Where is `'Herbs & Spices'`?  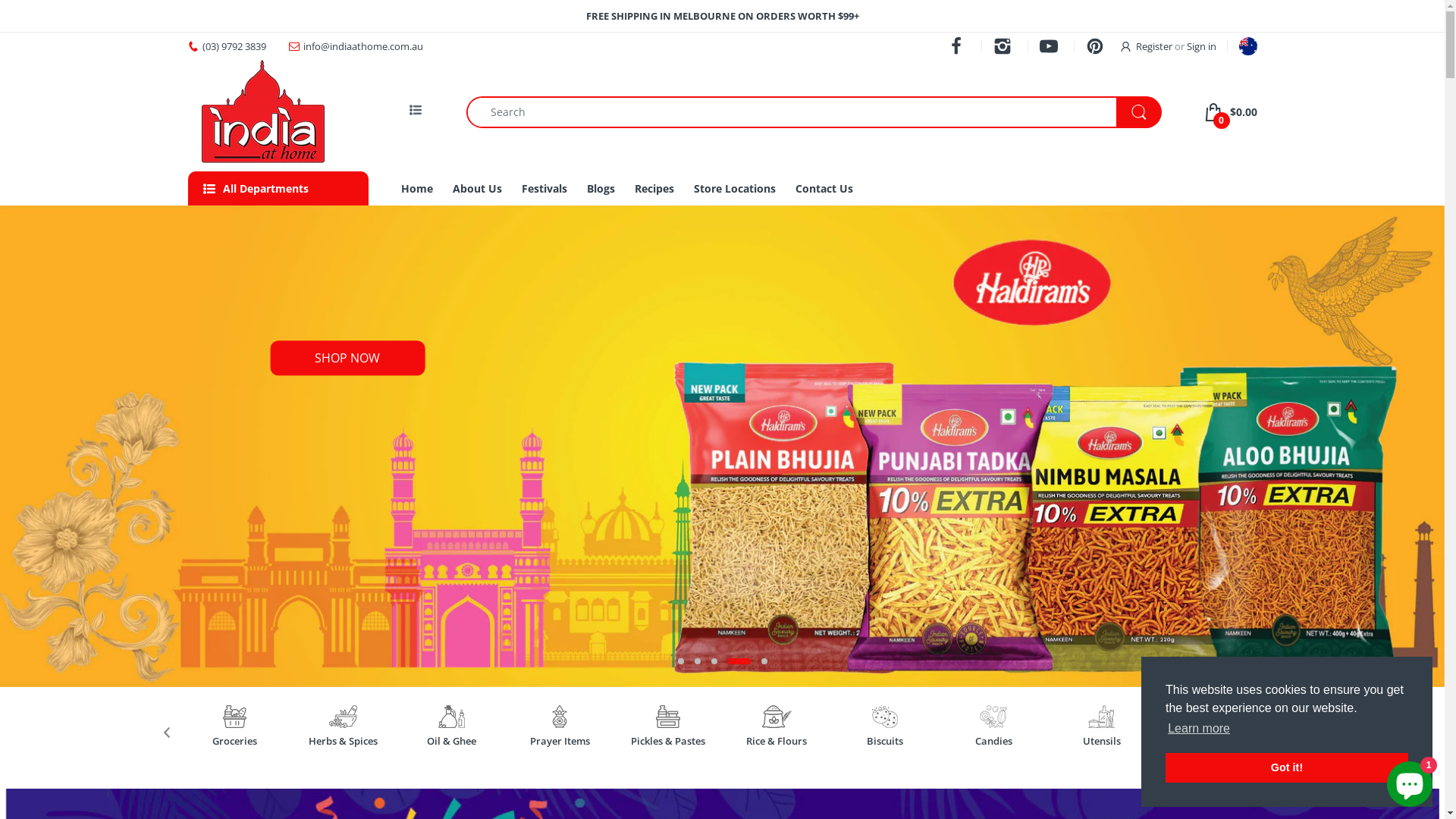
'Herbs & Spices' is located at coordinates (341, 740).